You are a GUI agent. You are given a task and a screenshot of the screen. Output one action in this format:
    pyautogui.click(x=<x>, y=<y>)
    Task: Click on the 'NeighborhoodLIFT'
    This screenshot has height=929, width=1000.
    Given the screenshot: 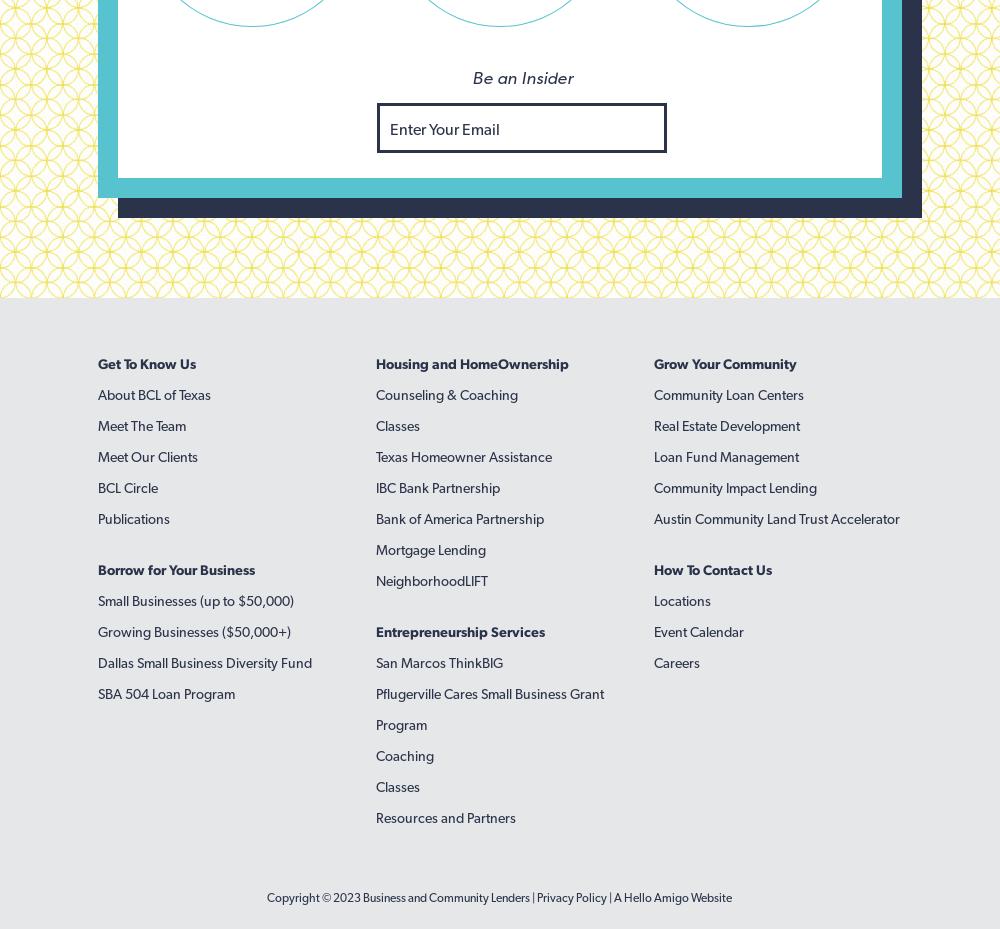 What is the action you would take?
    pyautogui.click(x=376, y=579)
    